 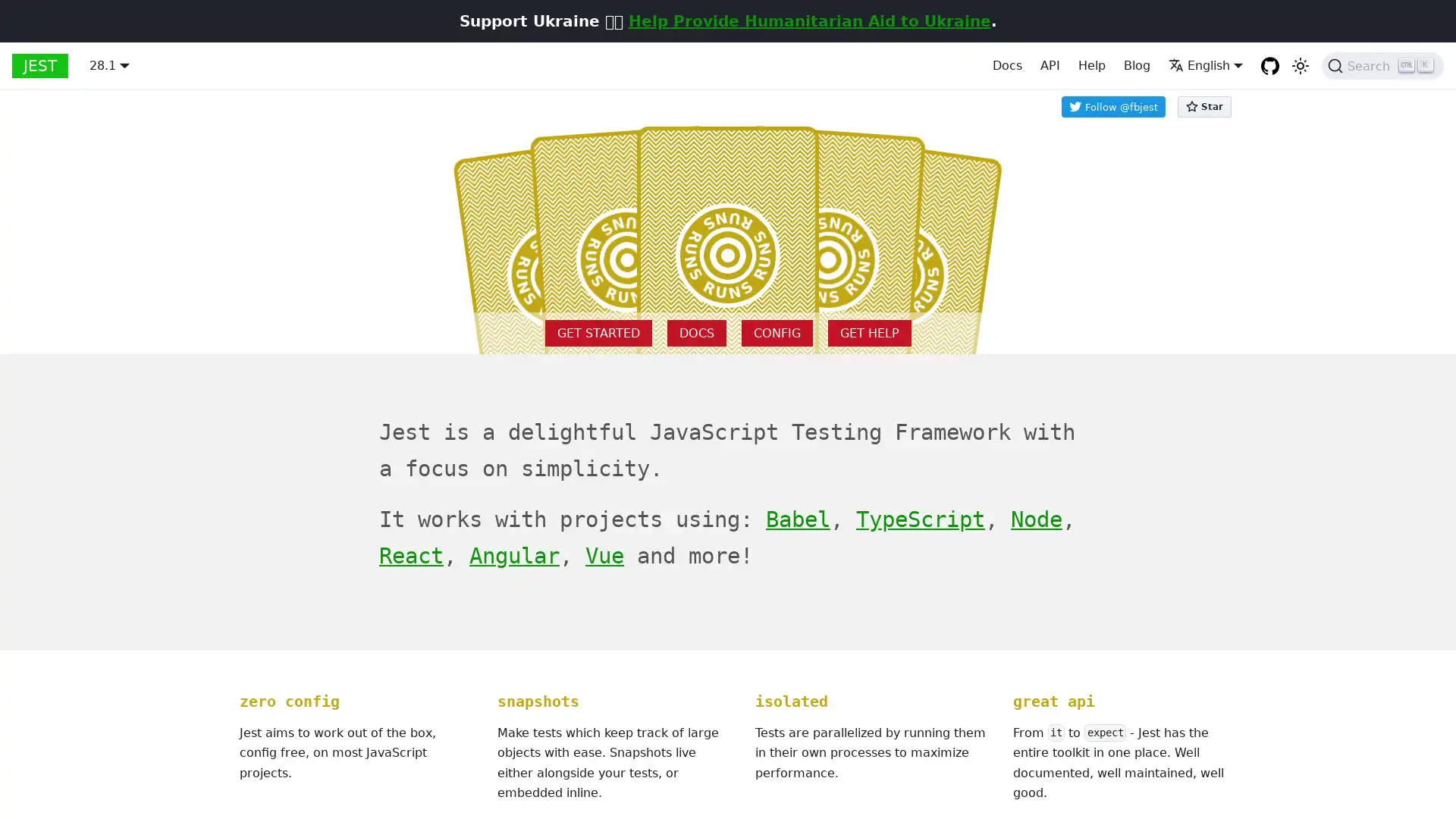 What do you see at coordinates (1382, 65) in the screenshot?
I see `Search` at bounding box center [1382, 65].